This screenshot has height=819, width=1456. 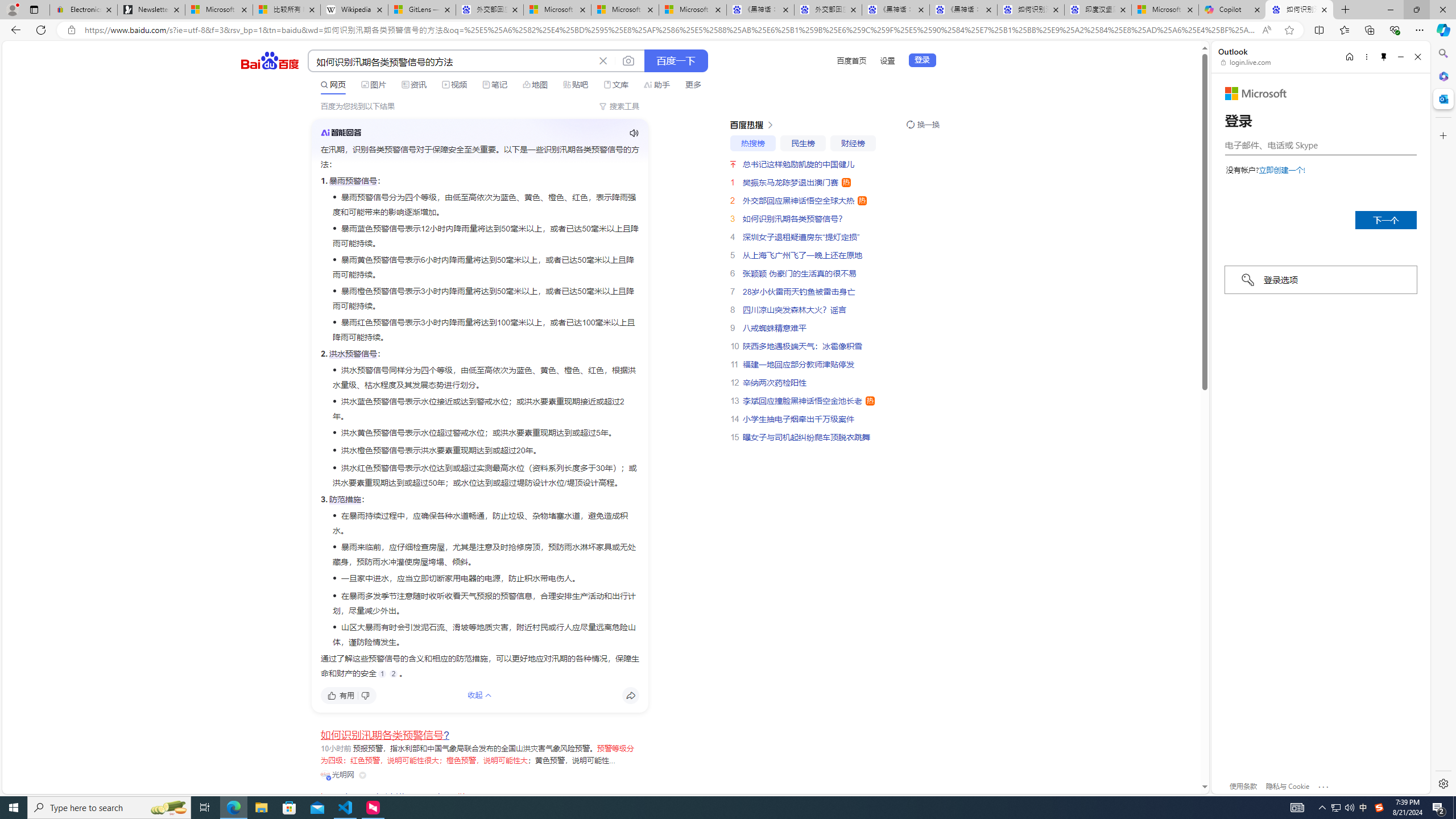 What do you see at coordinates (1443, 418) in the screenshot?
I see `'Side bar'` at bounding box center [1443, 418].